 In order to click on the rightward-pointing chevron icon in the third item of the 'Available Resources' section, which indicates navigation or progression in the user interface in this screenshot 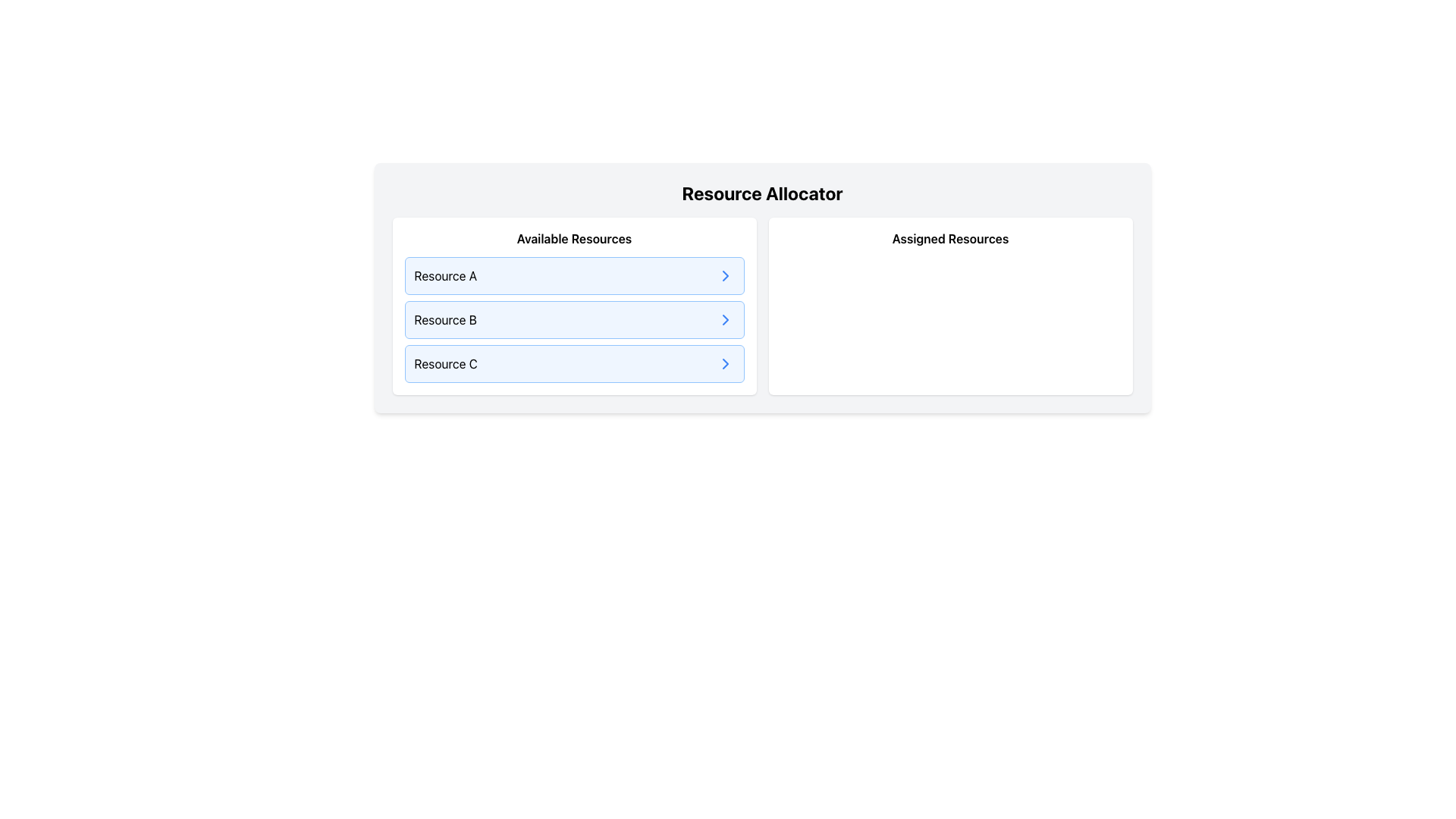, I will do `click(724, 363)`.